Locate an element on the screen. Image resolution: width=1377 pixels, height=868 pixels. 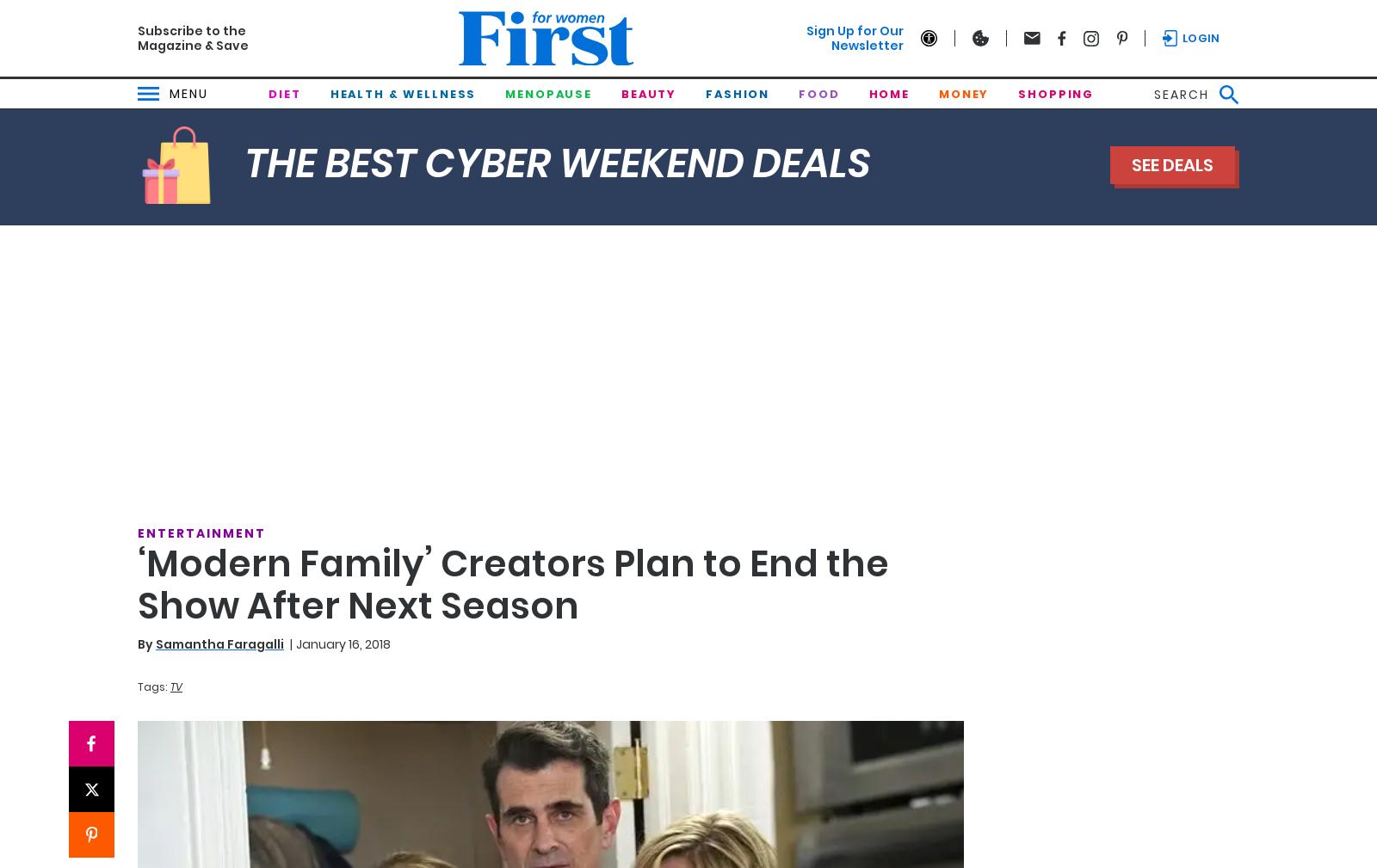
'Menopause' is located at coordinates (547, 92).